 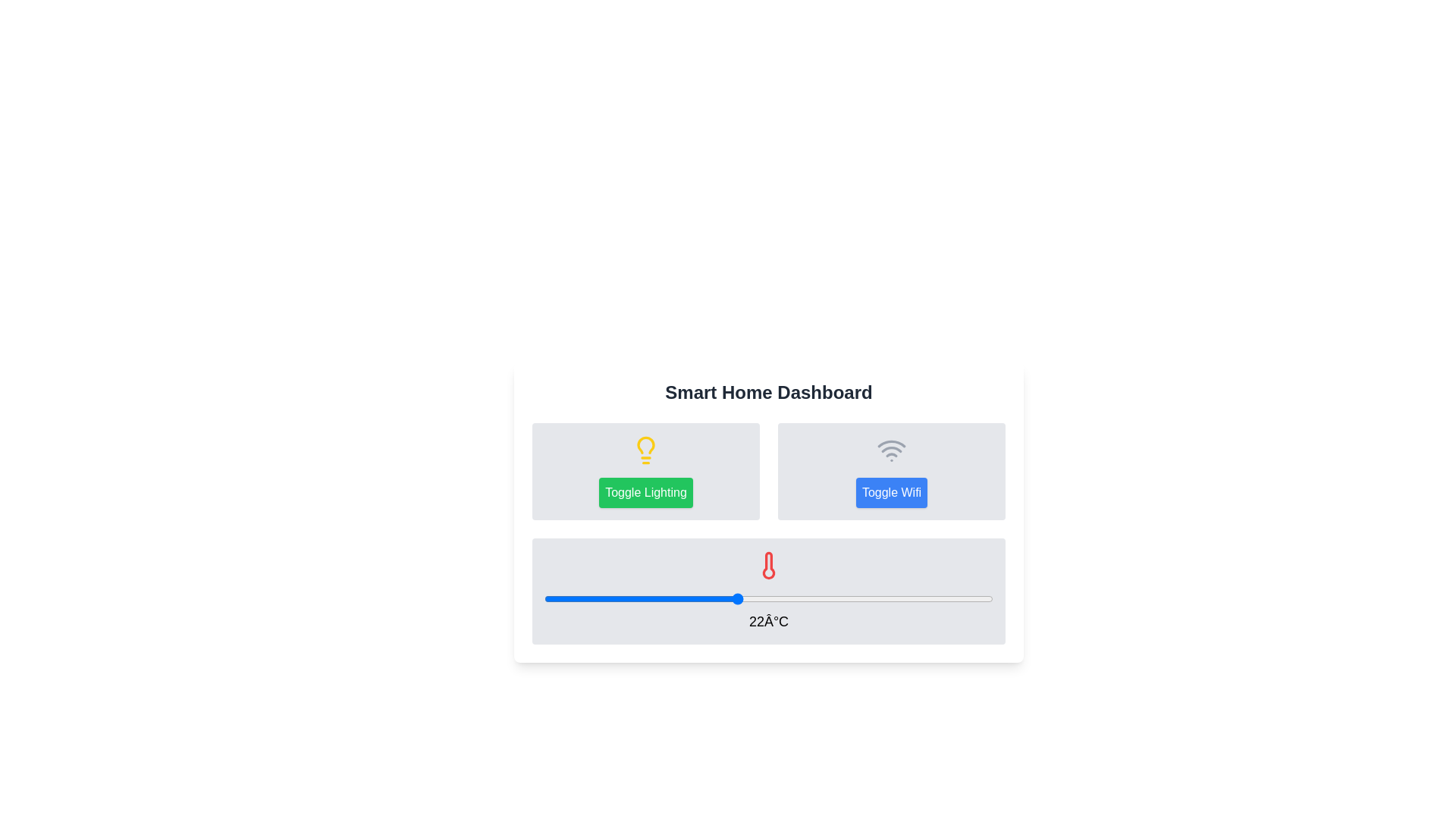 I want to click on the title text element located at the top-center of the card layout for accessibility tools, so click(x=768, y=391).